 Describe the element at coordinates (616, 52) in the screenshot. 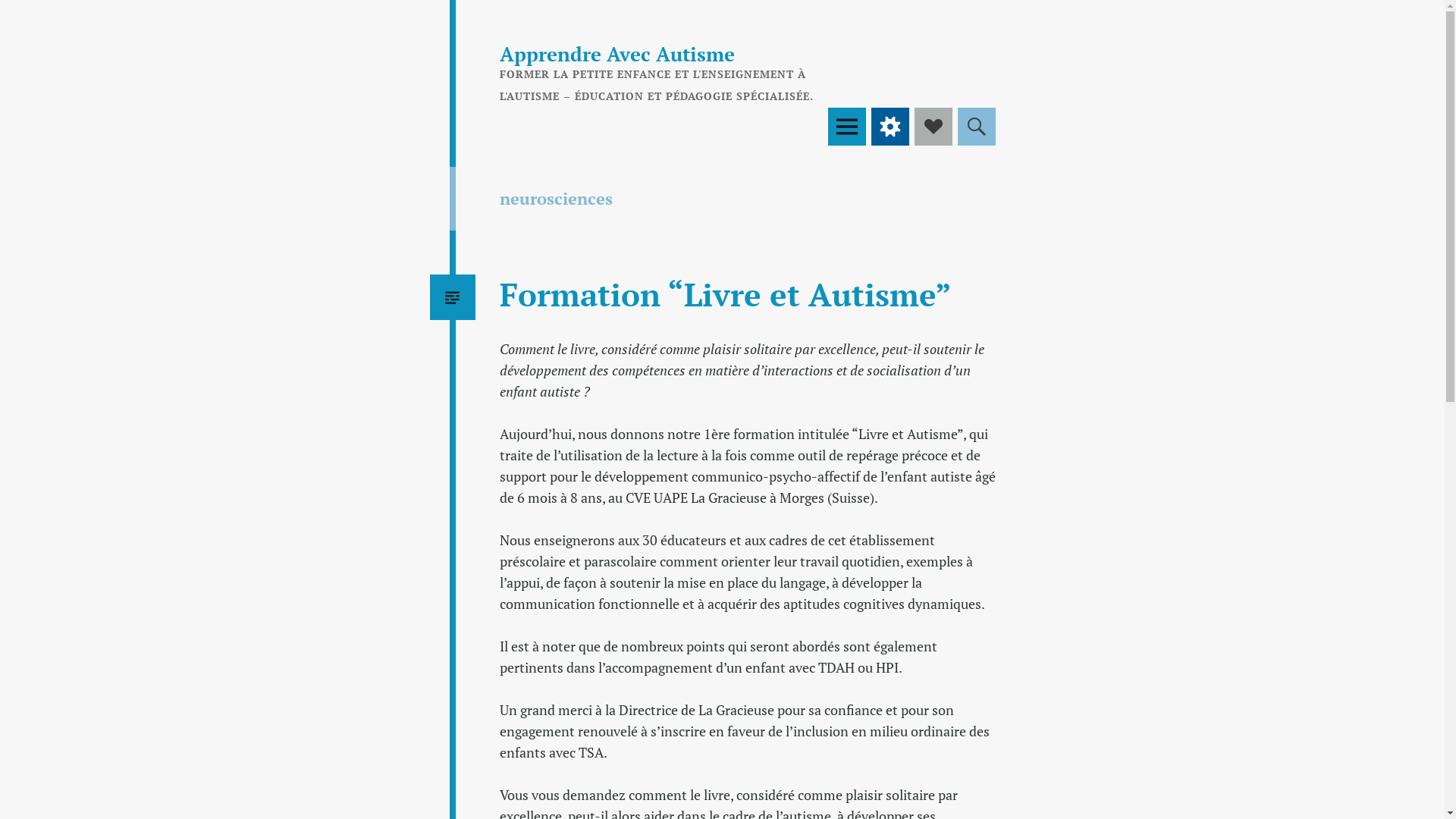

I see `'Apprendre Avec Autisme'` at that location.